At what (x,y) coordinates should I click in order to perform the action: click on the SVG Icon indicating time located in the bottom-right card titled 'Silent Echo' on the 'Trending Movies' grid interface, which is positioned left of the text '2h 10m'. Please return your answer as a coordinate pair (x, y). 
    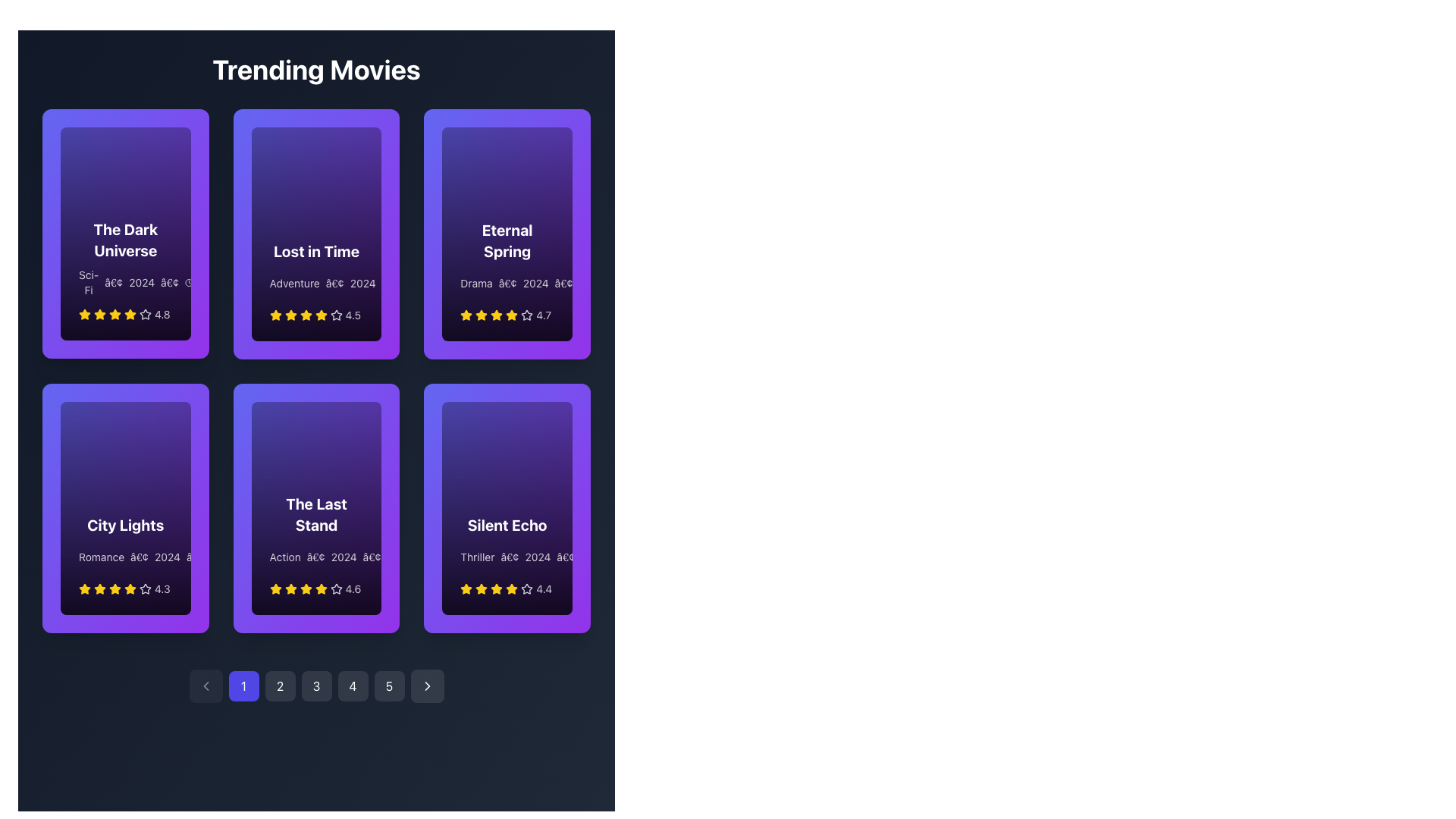
    Looking at the image, I should click on (584, 557).